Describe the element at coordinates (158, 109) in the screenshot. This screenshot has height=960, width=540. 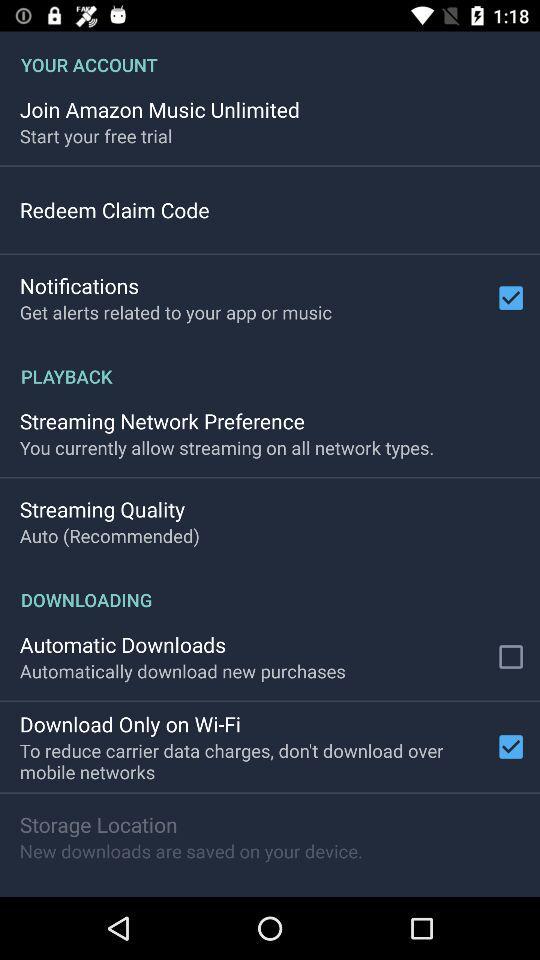
I see `the icon above the start your free icon` at that location.